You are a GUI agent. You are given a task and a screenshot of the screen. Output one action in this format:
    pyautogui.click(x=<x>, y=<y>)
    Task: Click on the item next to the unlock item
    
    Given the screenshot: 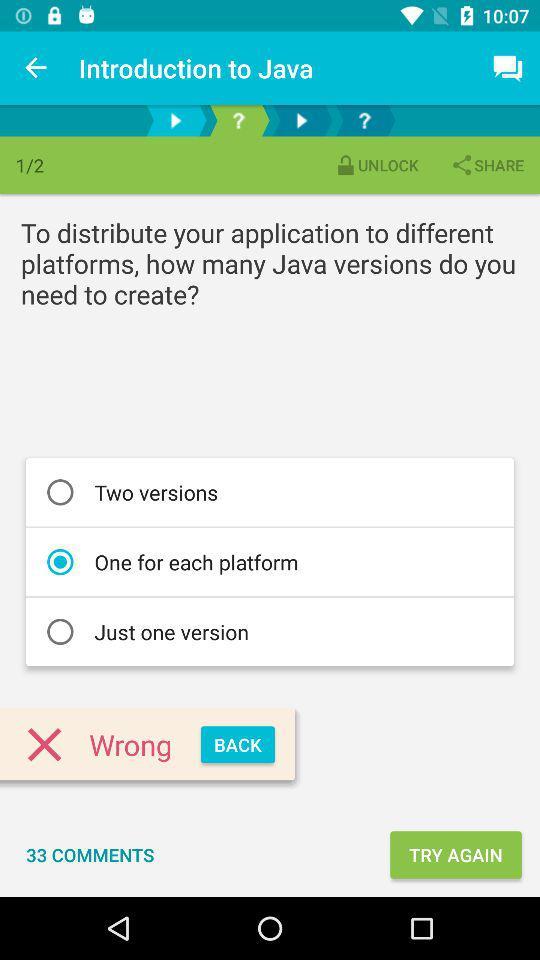 What is the action you would take?
    pyautogui.click(x=486, y=164)
    